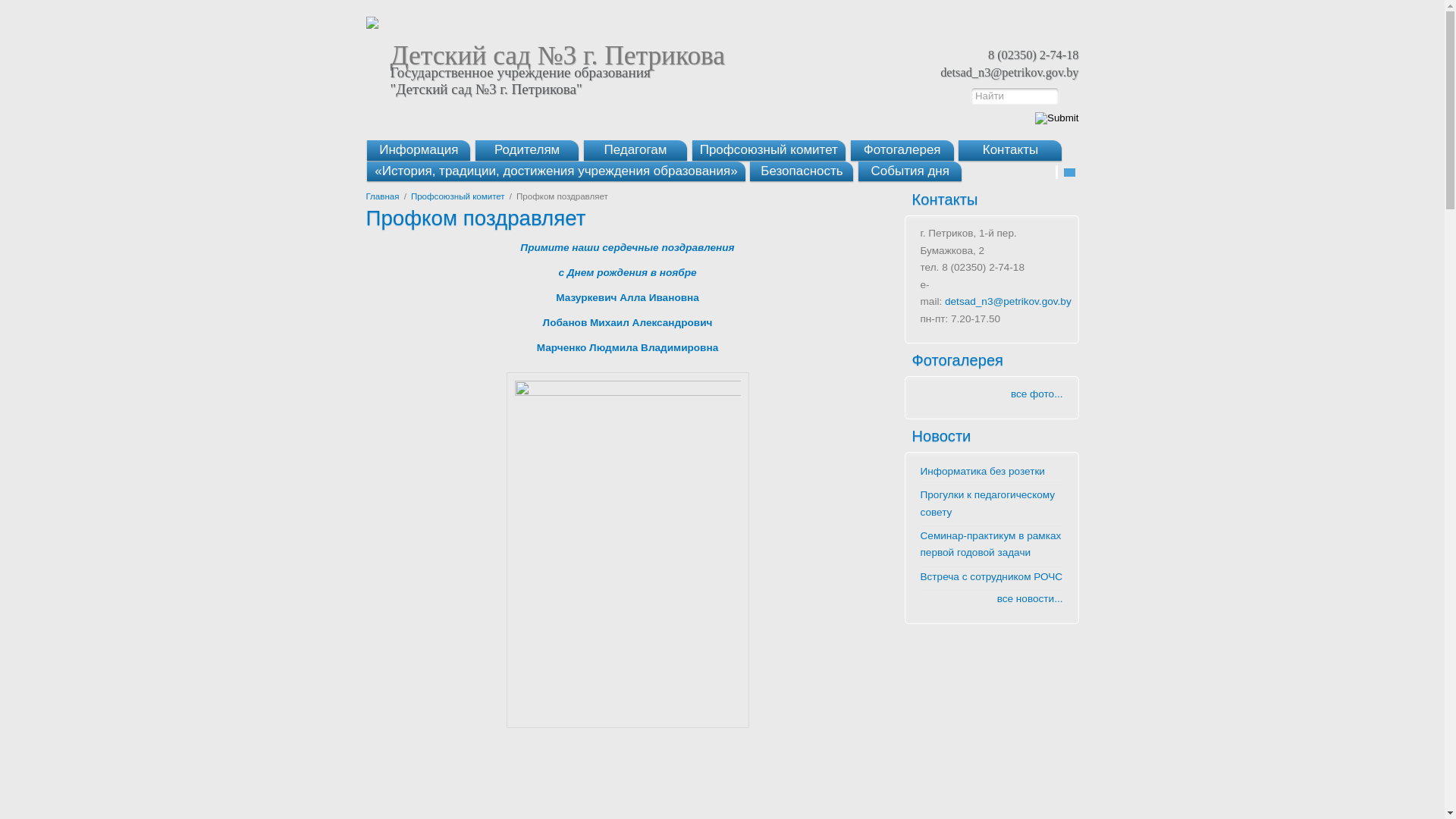  I want to click on 'Add to favorite', so click(1044, 171).